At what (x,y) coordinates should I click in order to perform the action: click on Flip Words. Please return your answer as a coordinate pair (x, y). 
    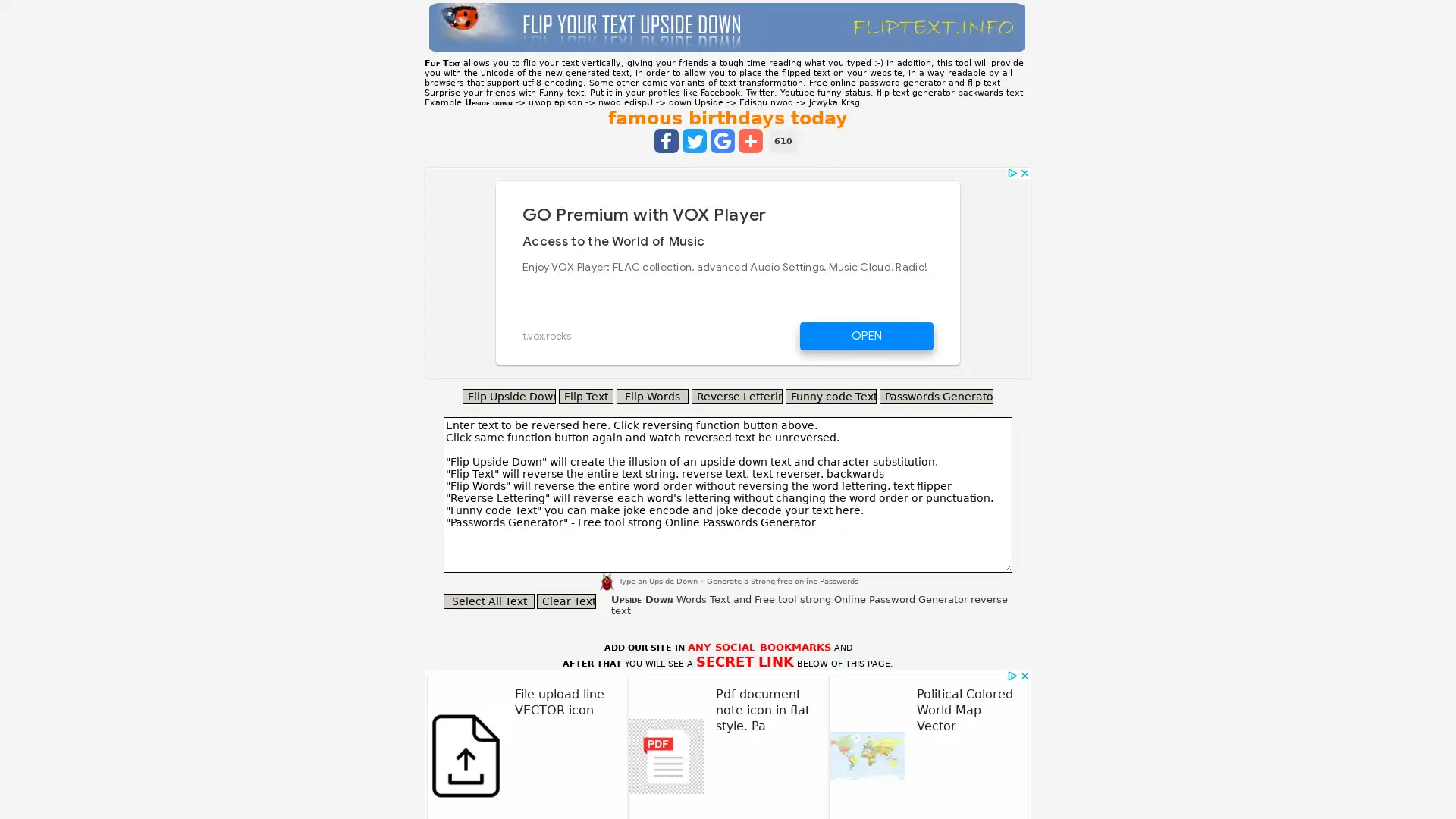
    Looking at the image, I should click on (652, 396).